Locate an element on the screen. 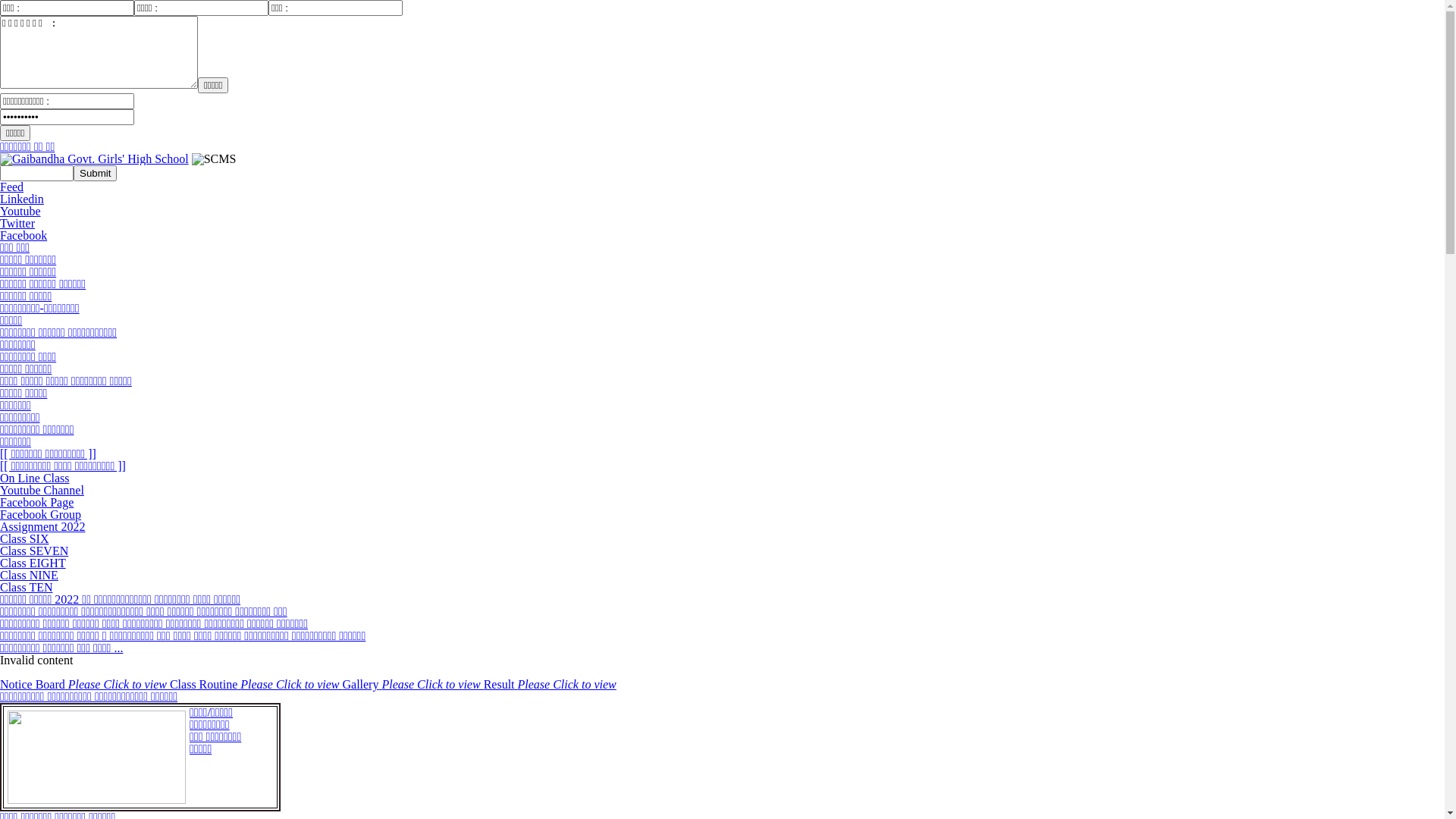  'Class SIX' is located at coordinates (24, 538).